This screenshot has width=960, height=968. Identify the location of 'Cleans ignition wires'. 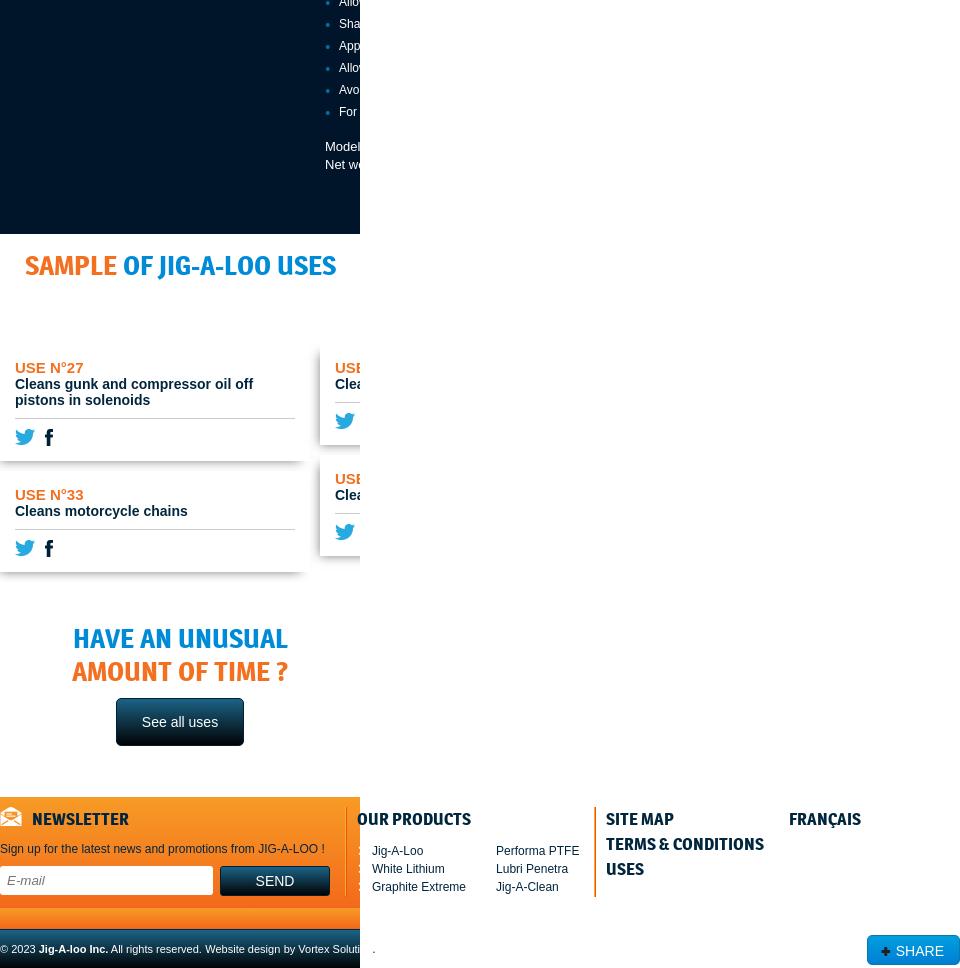
(335, 495).